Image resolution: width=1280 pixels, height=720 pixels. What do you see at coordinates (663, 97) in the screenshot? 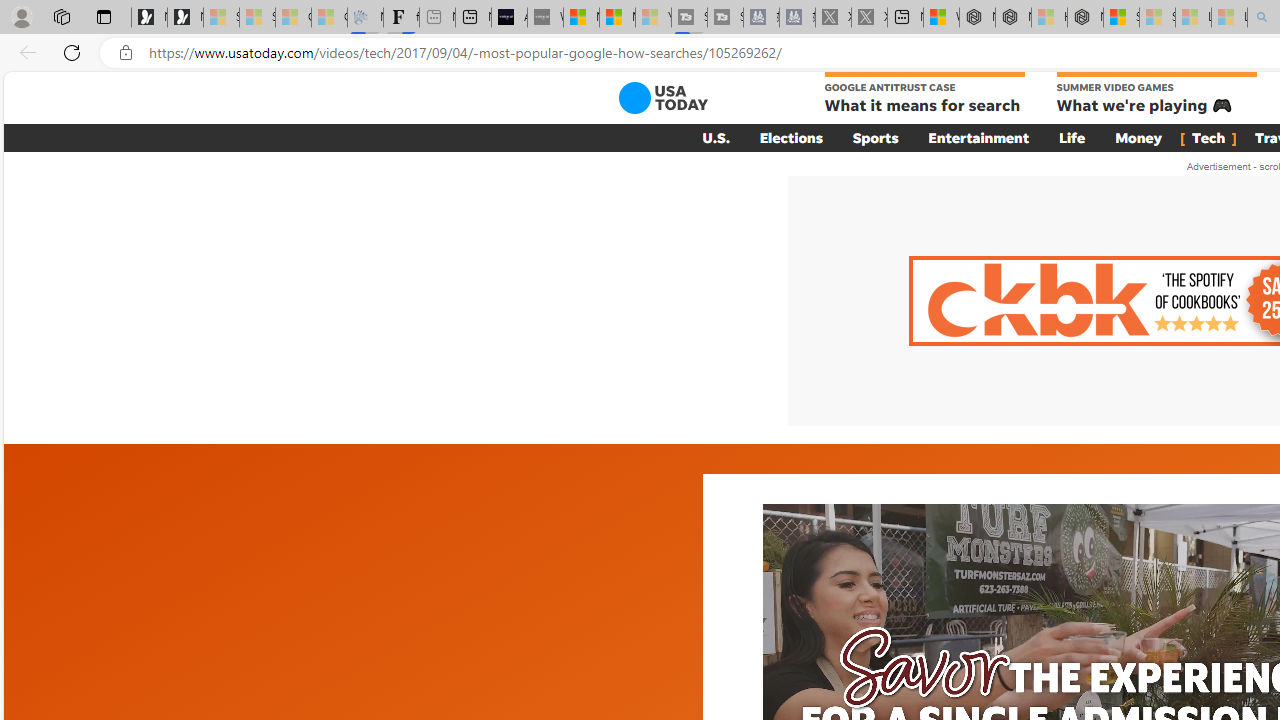
I see `'USA TODAY'` at bounding box center [663, 97].